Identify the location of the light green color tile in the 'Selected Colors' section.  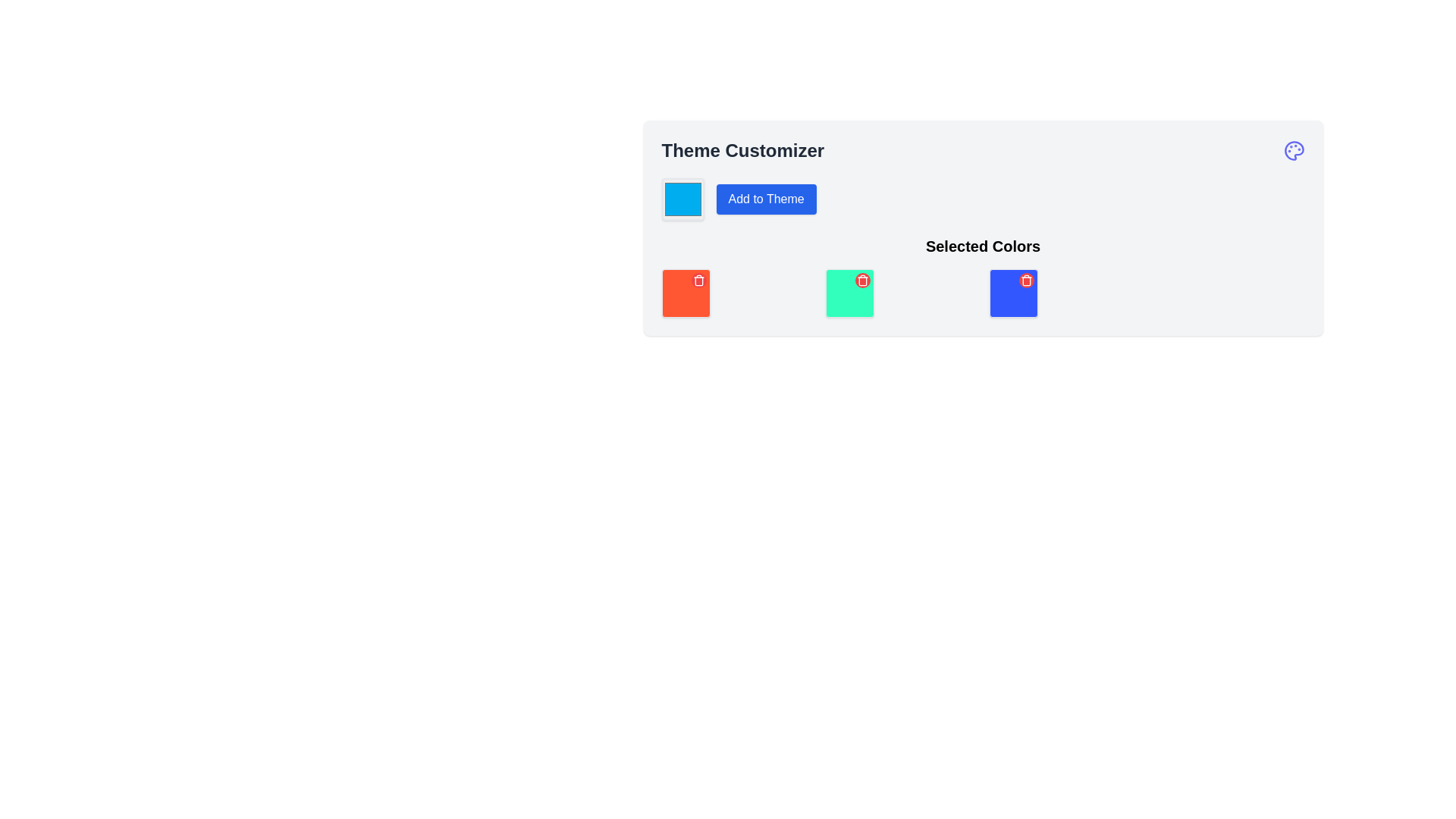
(849, 293).